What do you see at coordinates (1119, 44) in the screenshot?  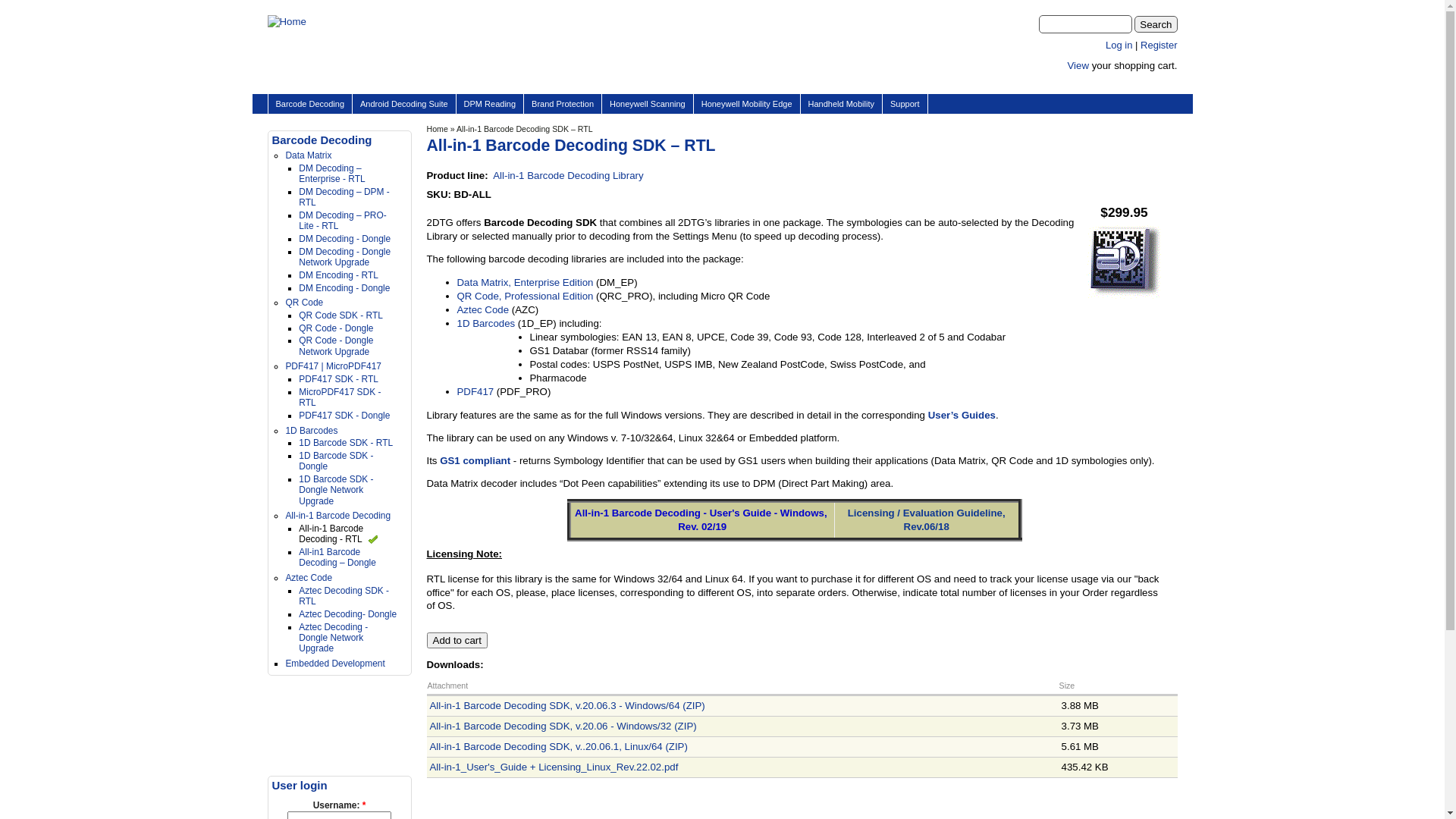 I see `'Log in'` at bounding box center [1119, 44].